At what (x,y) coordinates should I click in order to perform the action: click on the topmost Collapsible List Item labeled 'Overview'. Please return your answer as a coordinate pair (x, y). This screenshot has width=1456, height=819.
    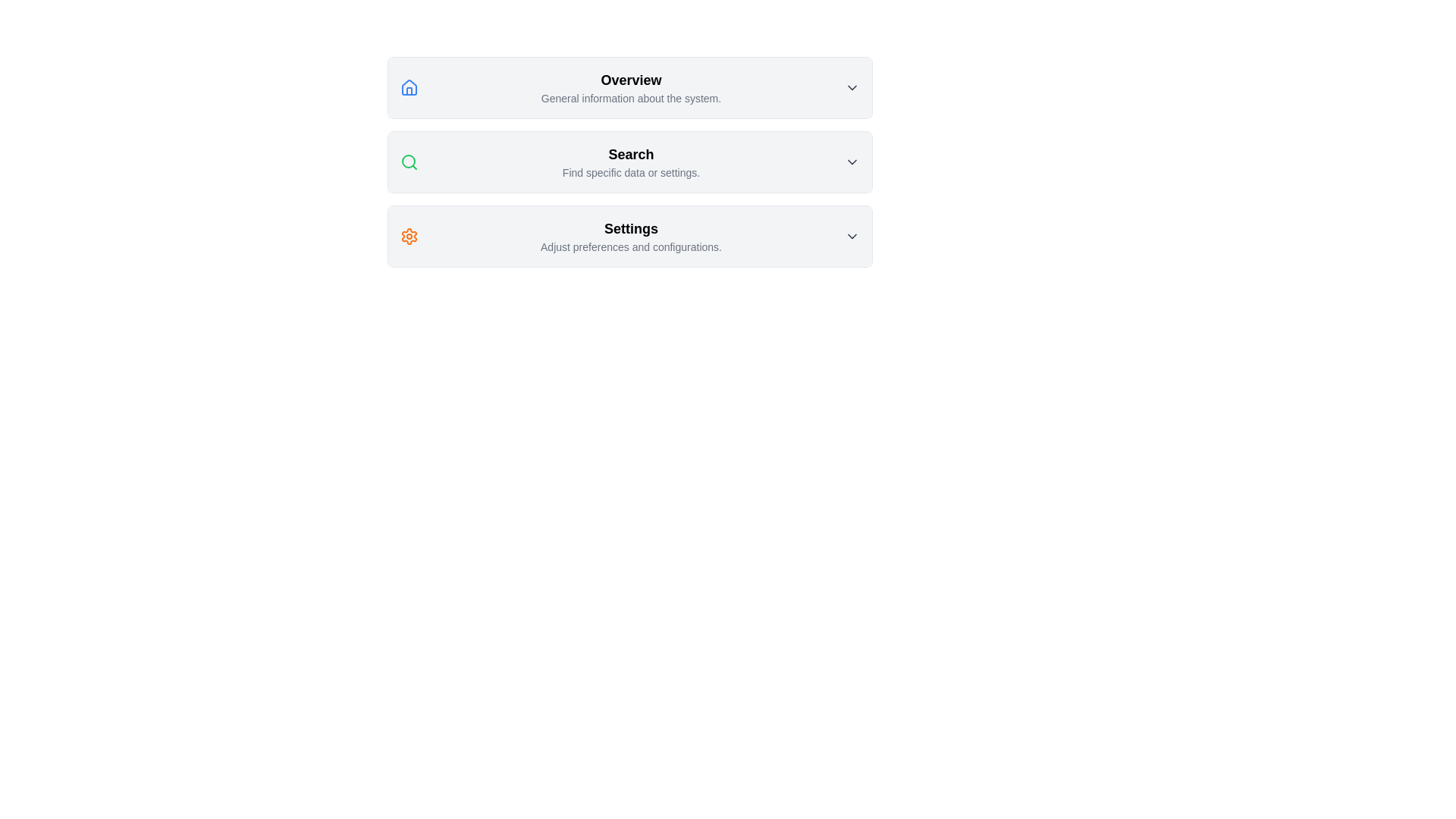
    Looking at the image, I should click on (629, 87).